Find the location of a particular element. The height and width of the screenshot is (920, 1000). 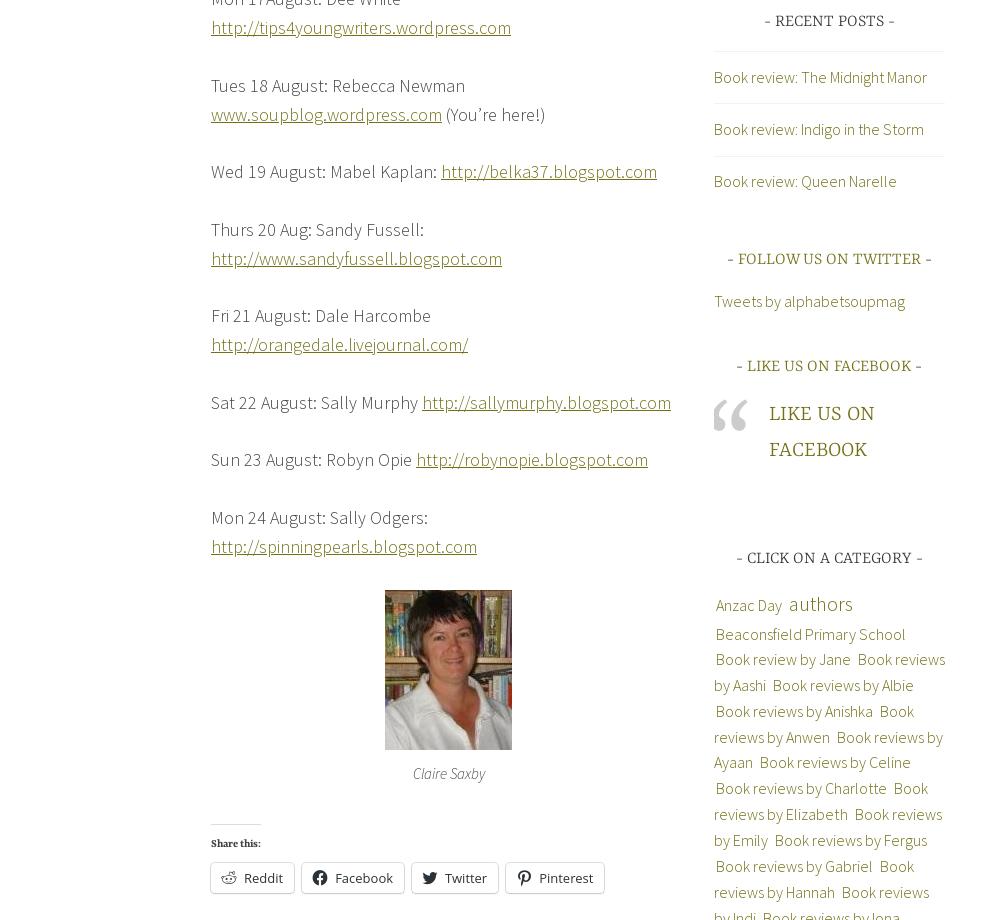

'Book reviews by Albie' is located at coordinates (841, 684).